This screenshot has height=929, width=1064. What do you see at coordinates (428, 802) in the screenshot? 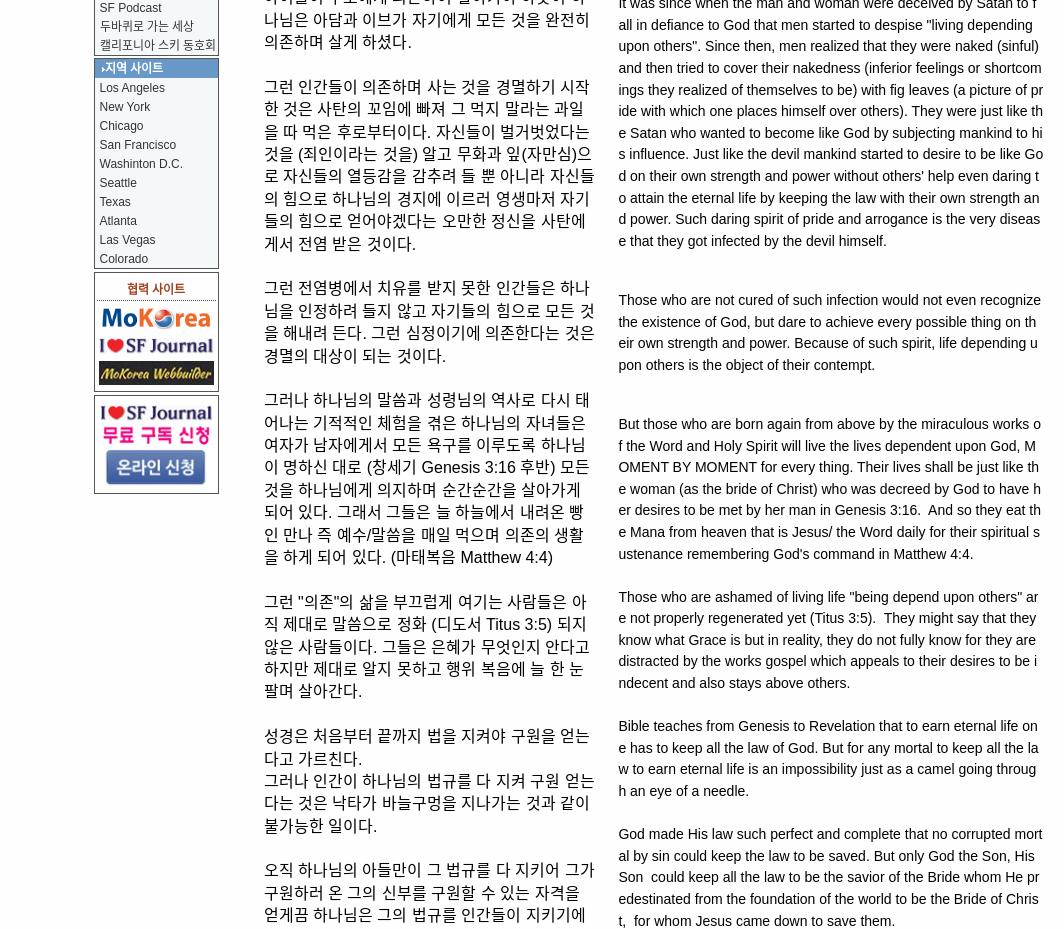
I see `'그러나 인간이 하나님의 법규를 다 지켜 구원 얻는다는 것은 낙타가 										바늘구멍을 지나가는 것과 같이 불가능한 일이다.'` at bounding box center [428, 802].